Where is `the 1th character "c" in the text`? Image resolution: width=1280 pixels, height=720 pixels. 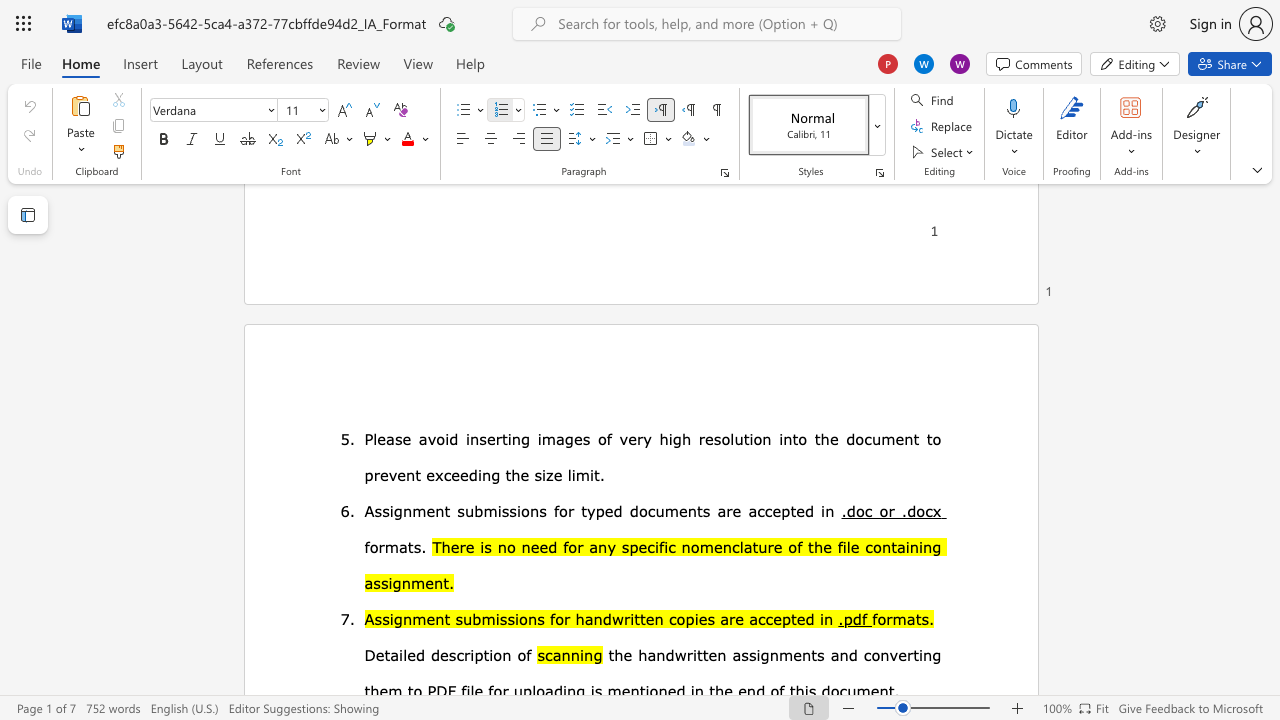
the 1th character "c" in the text is located at coordinates (446, 474).